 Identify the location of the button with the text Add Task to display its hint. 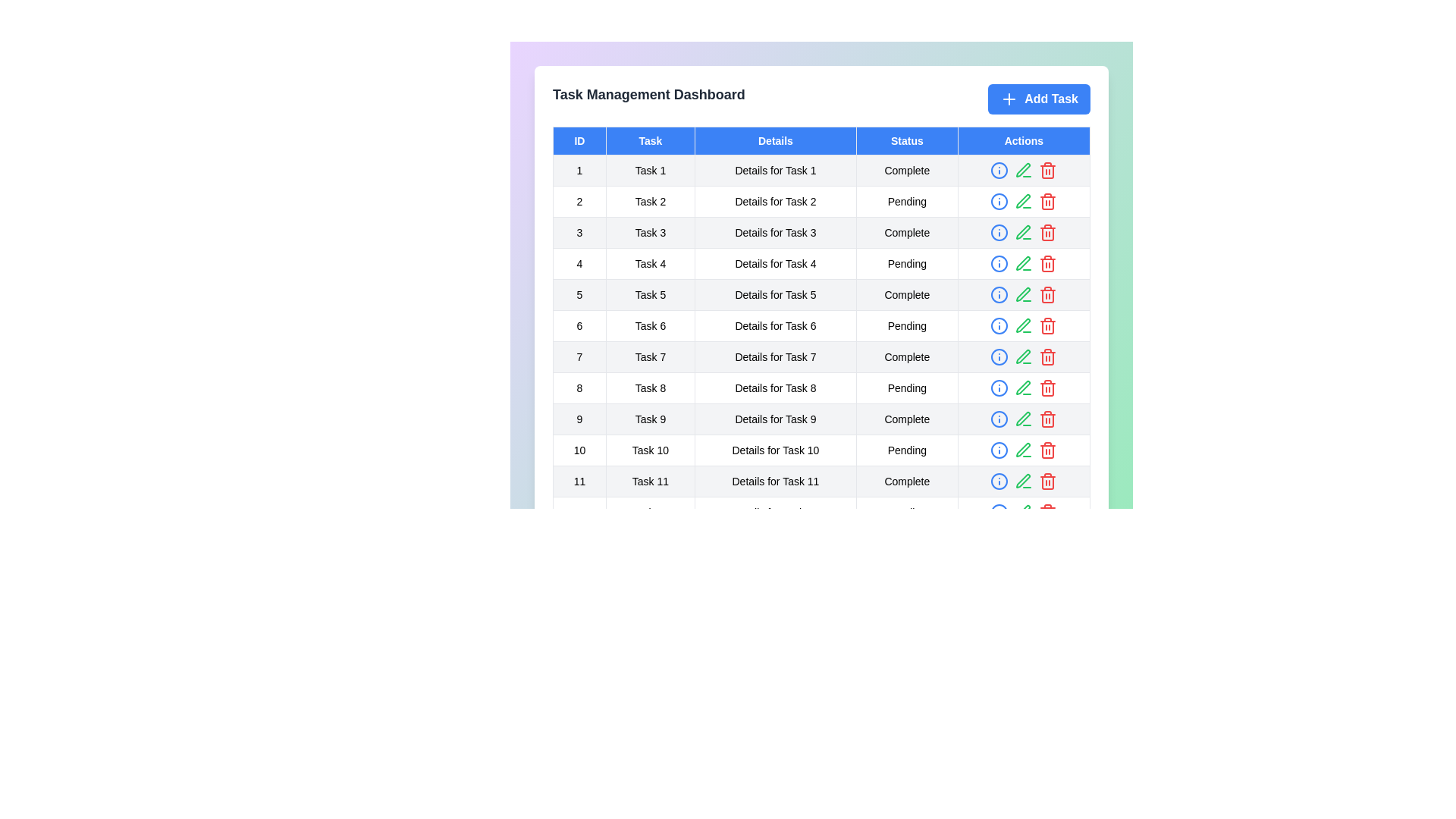
(1038, 99).